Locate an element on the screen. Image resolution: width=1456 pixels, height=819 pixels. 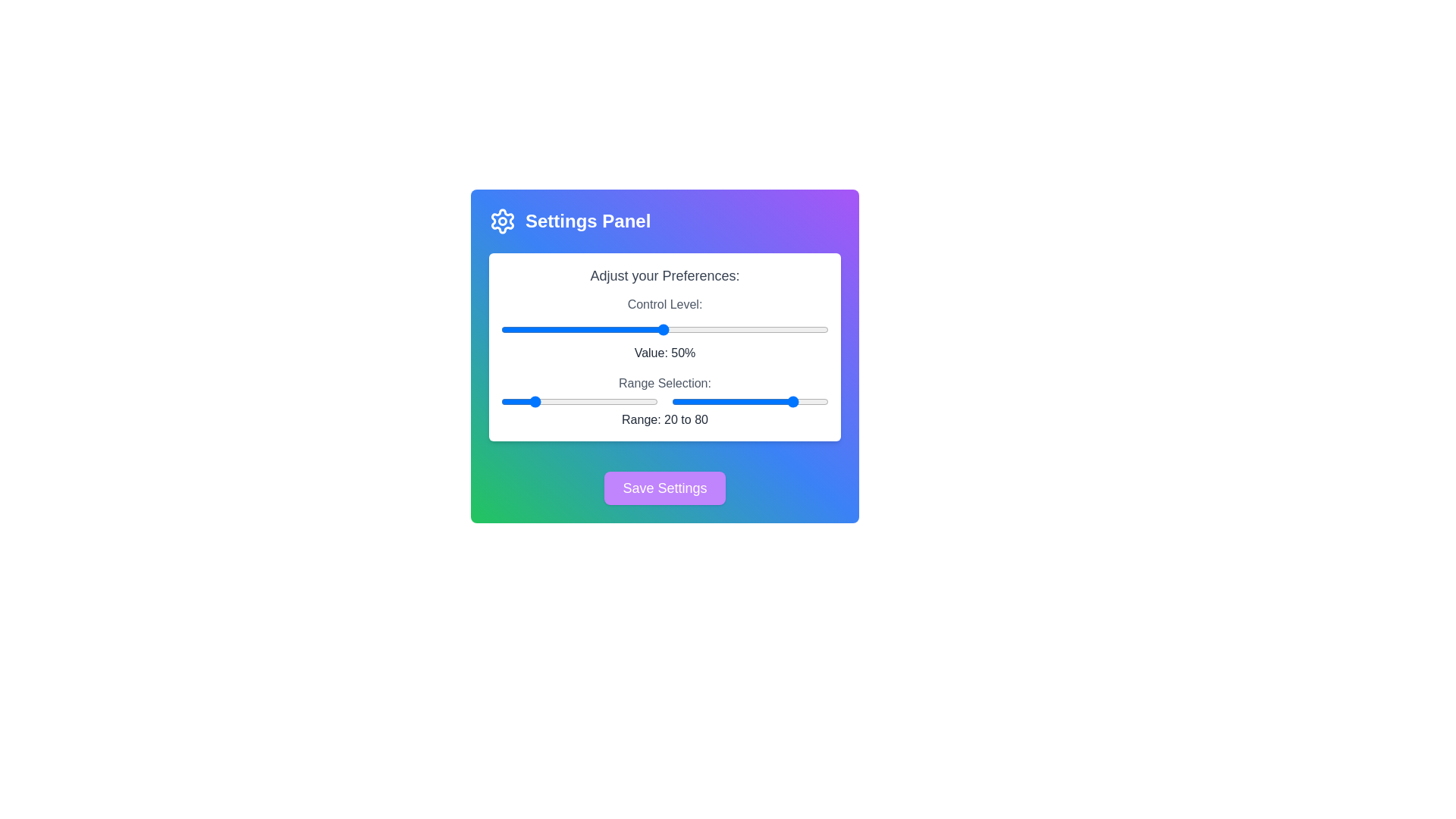
the slider is located at coordinates (541, 400).